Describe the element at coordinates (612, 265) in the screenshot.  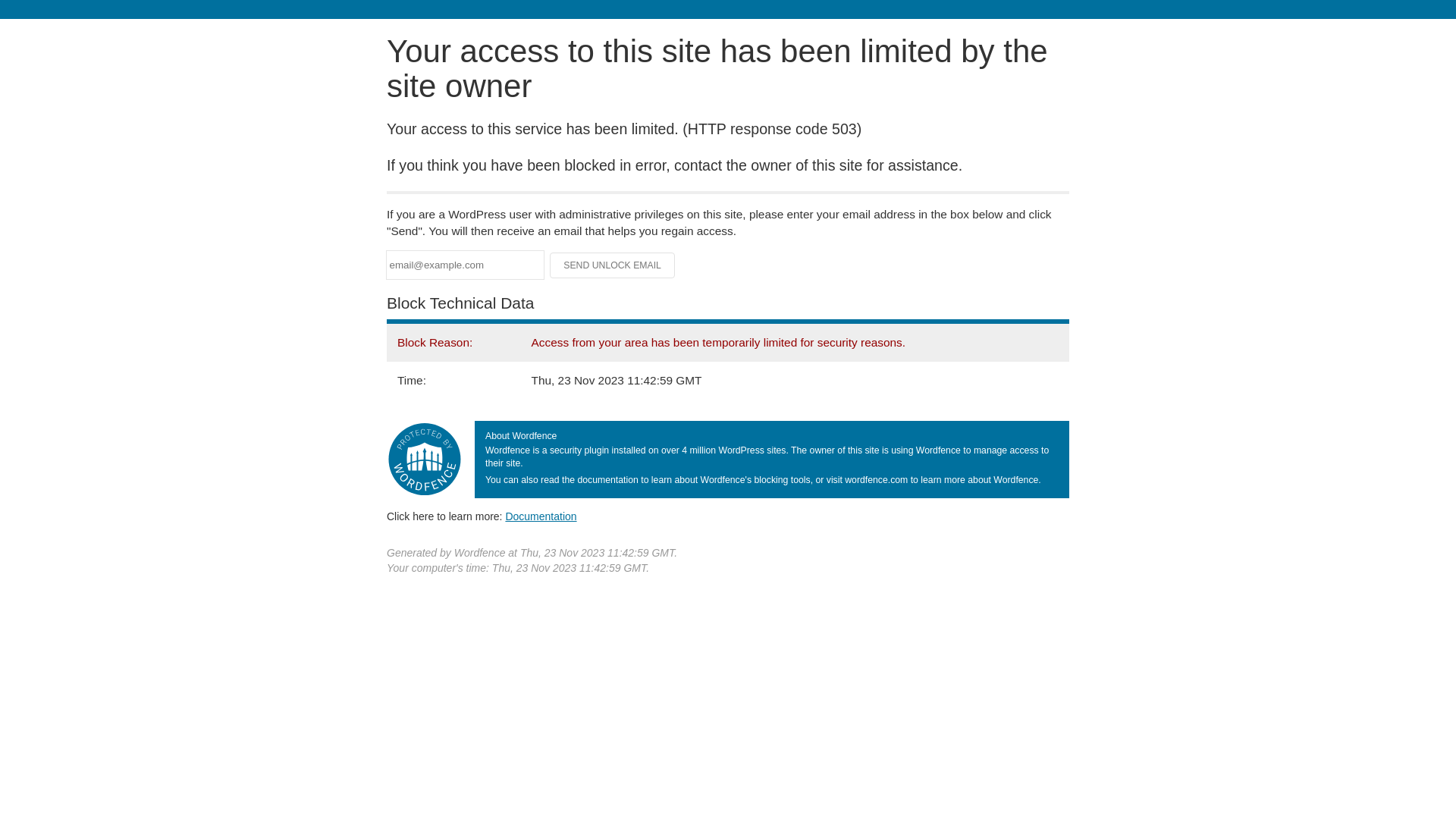
I see `'Send Unlock Email'` at that location.